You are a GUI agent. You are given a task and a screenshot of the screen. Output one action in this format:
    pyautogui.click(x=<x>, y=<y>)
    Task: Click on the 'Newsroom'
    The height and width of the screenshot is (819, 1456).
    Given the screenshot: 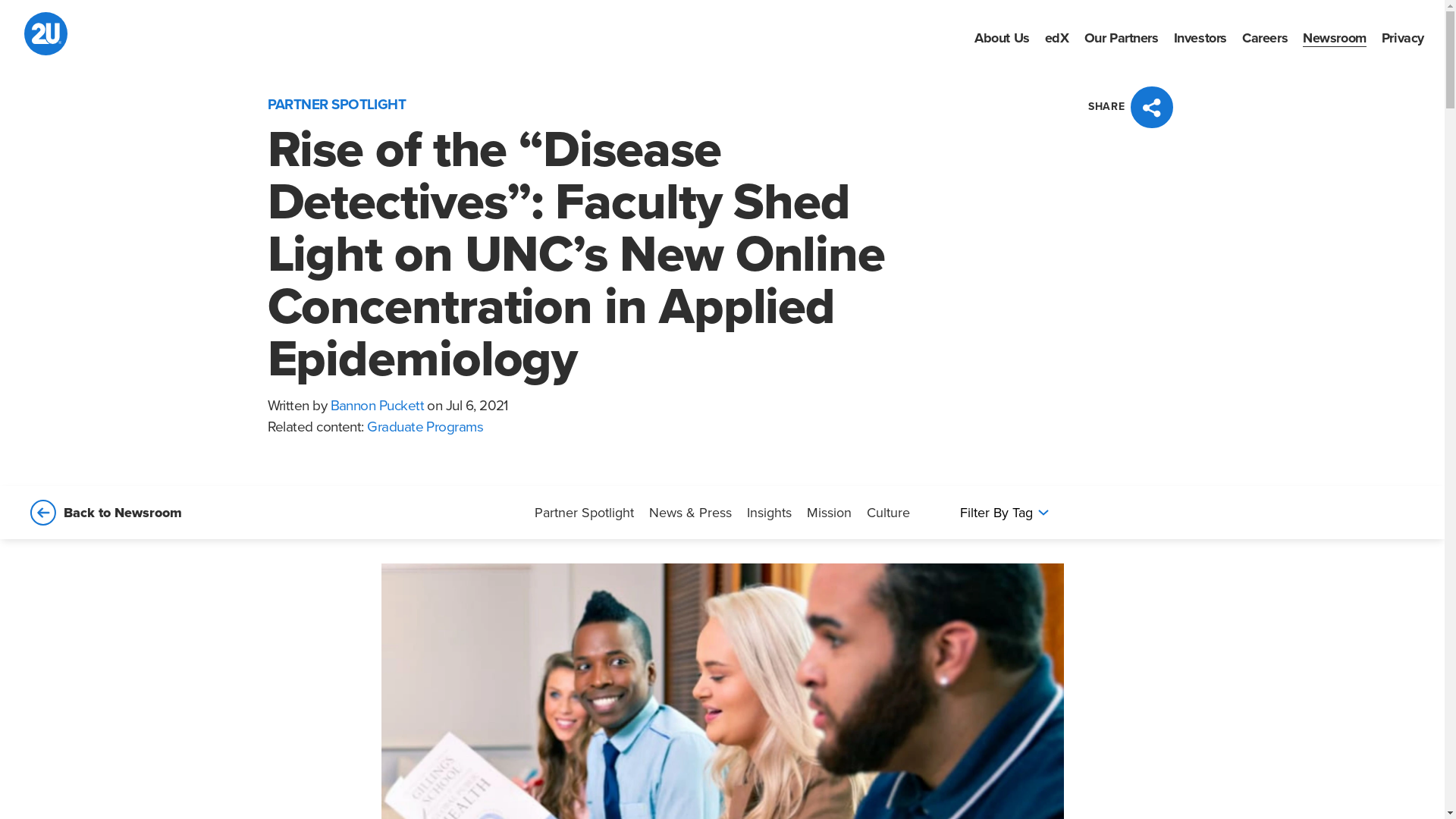 What is the action you would take?
    pyautogui.click(x=1335, y=36)
    